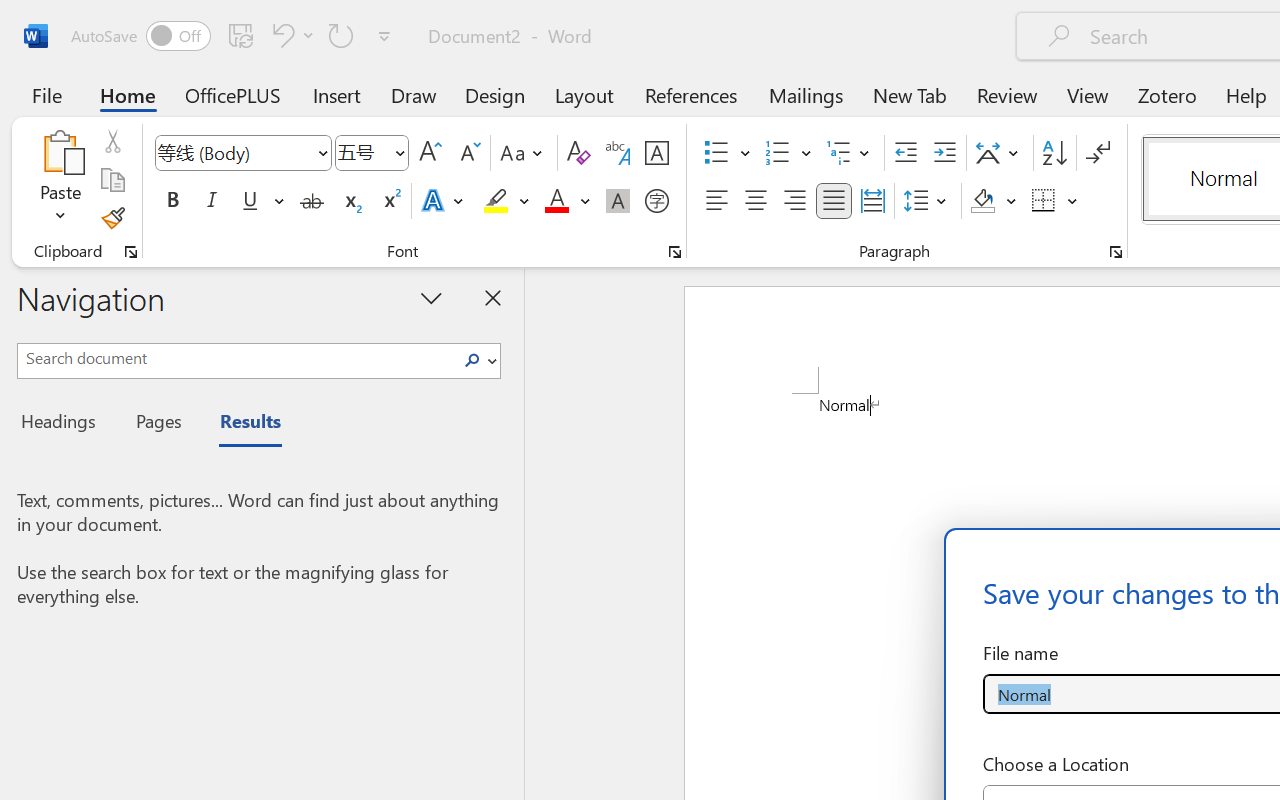 The height and width of the screenshot is (800, 1280). I want to click on 'Text Highlight Color', so click(506, 201).